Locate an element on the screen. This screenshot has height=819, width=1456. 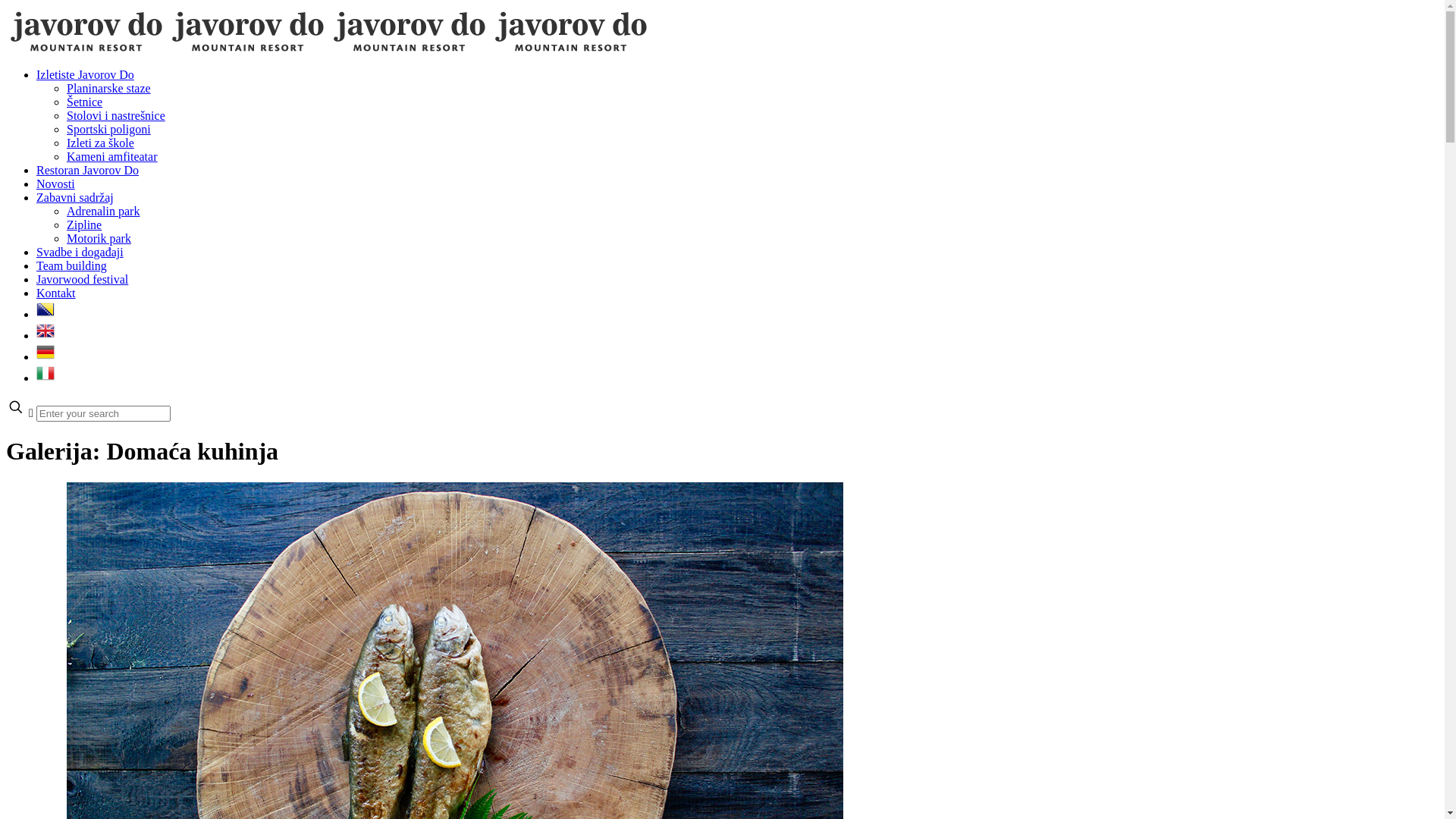
'Planinarske staze' is located at coordinates (65, 88).